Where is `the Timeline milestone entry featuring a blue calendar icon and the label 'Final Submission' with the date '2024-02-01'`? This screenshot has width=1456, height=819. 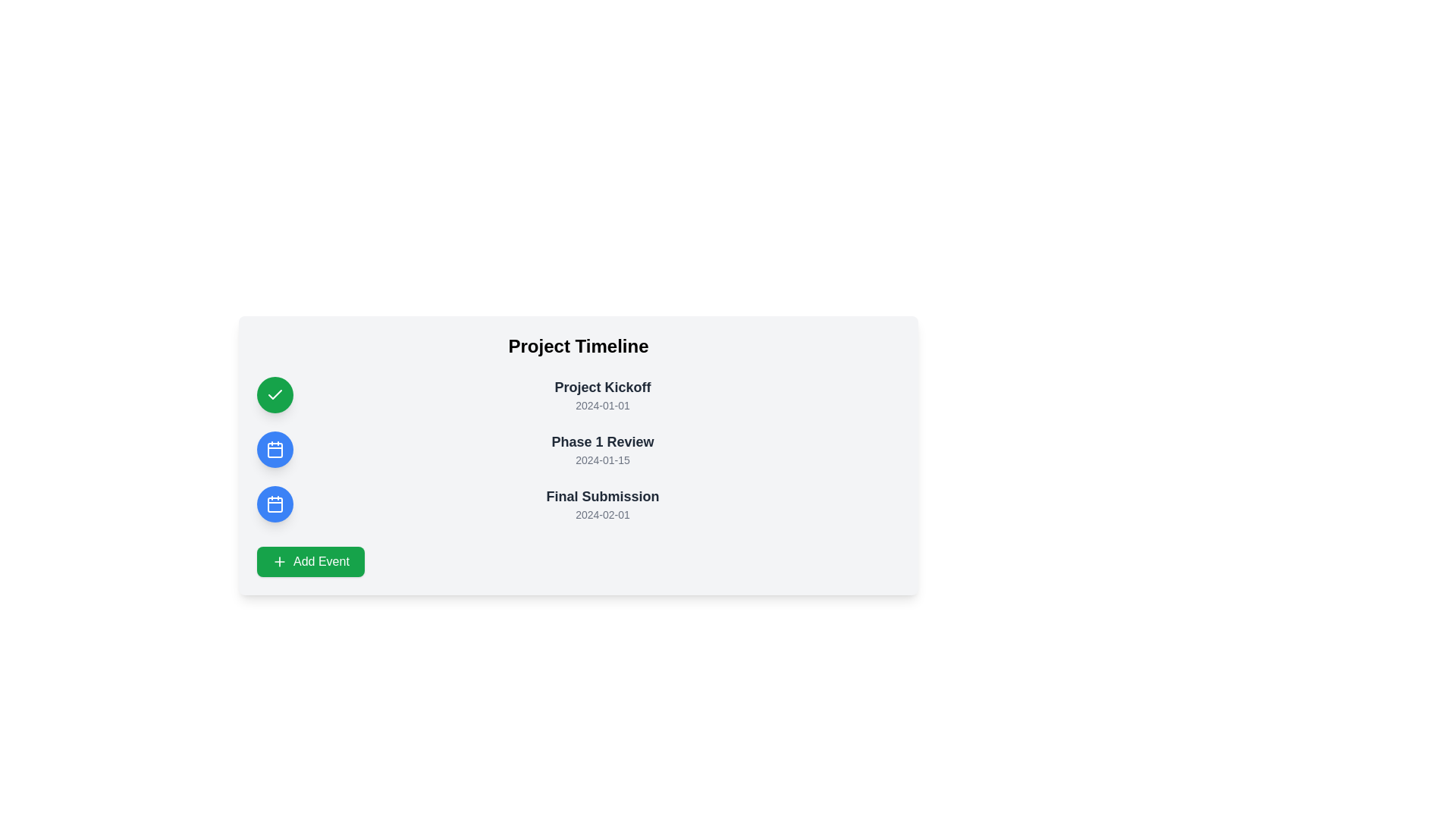
the Timeline milestone entry featuring a blue calendar icon and the label 'Final Submission' with the date '2024-02-01' is located at coordinates (578, 504).